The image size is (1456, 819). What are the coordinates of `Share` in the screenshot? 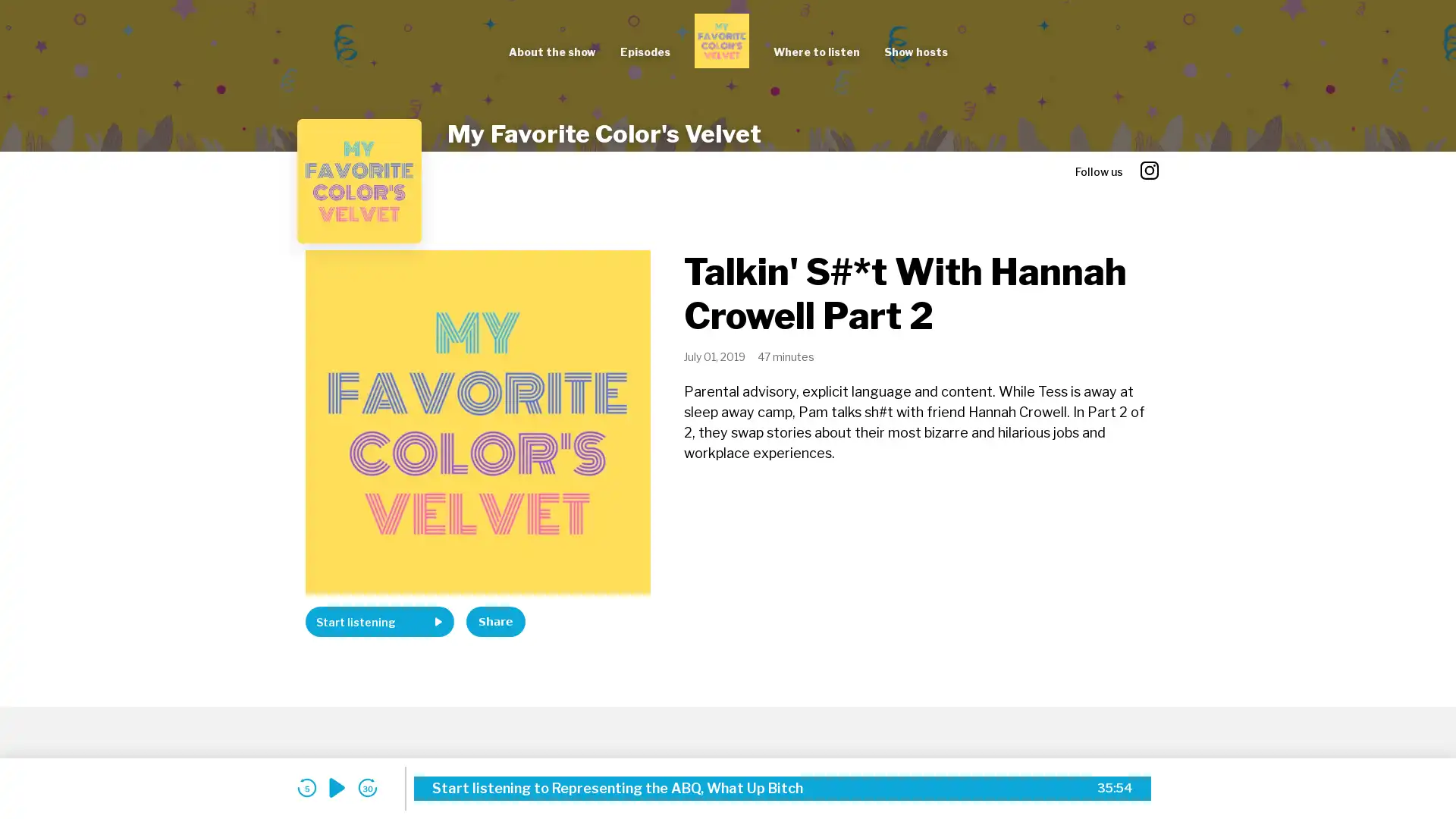 It's located at (495, 622).